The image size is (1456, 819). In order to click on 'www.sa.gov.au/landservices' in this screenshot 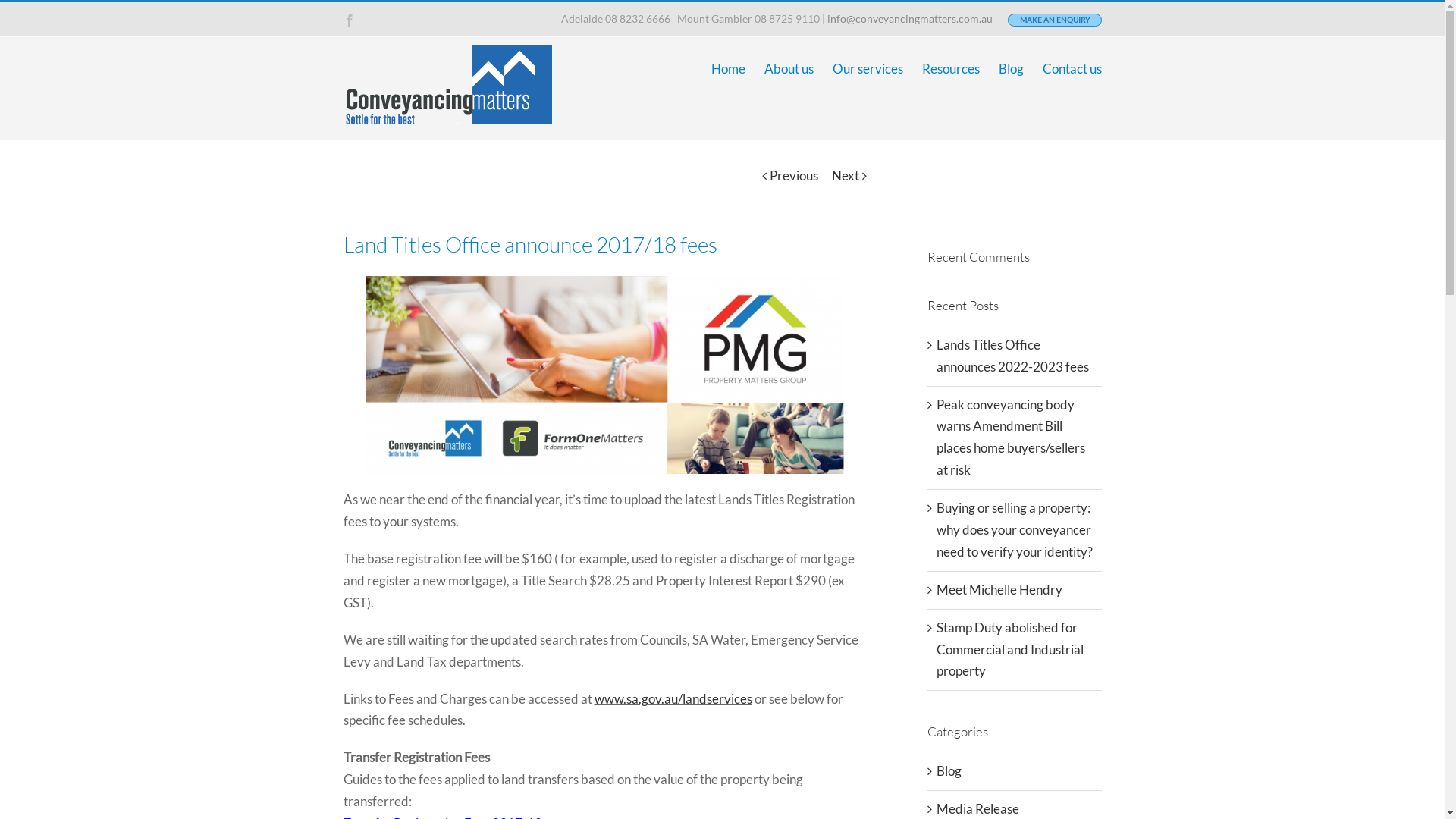, I will do `click(673, 698)`.